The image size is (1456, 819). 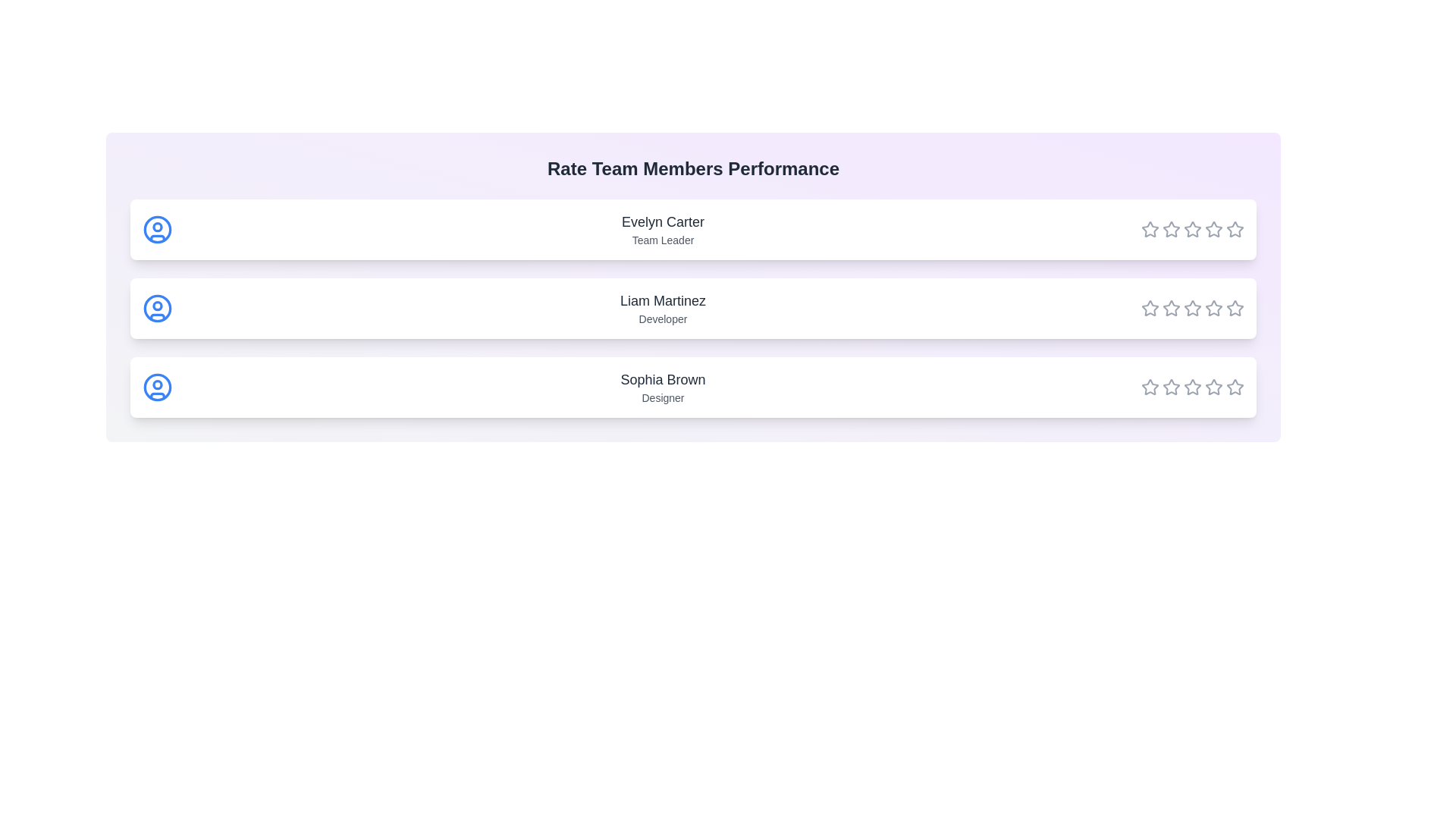 What do you see at coordinates (663, 222) in the screenshot?
I see `the name of the team member Evelyn Carter to select or highlight it` at bounding box center [663, 222].